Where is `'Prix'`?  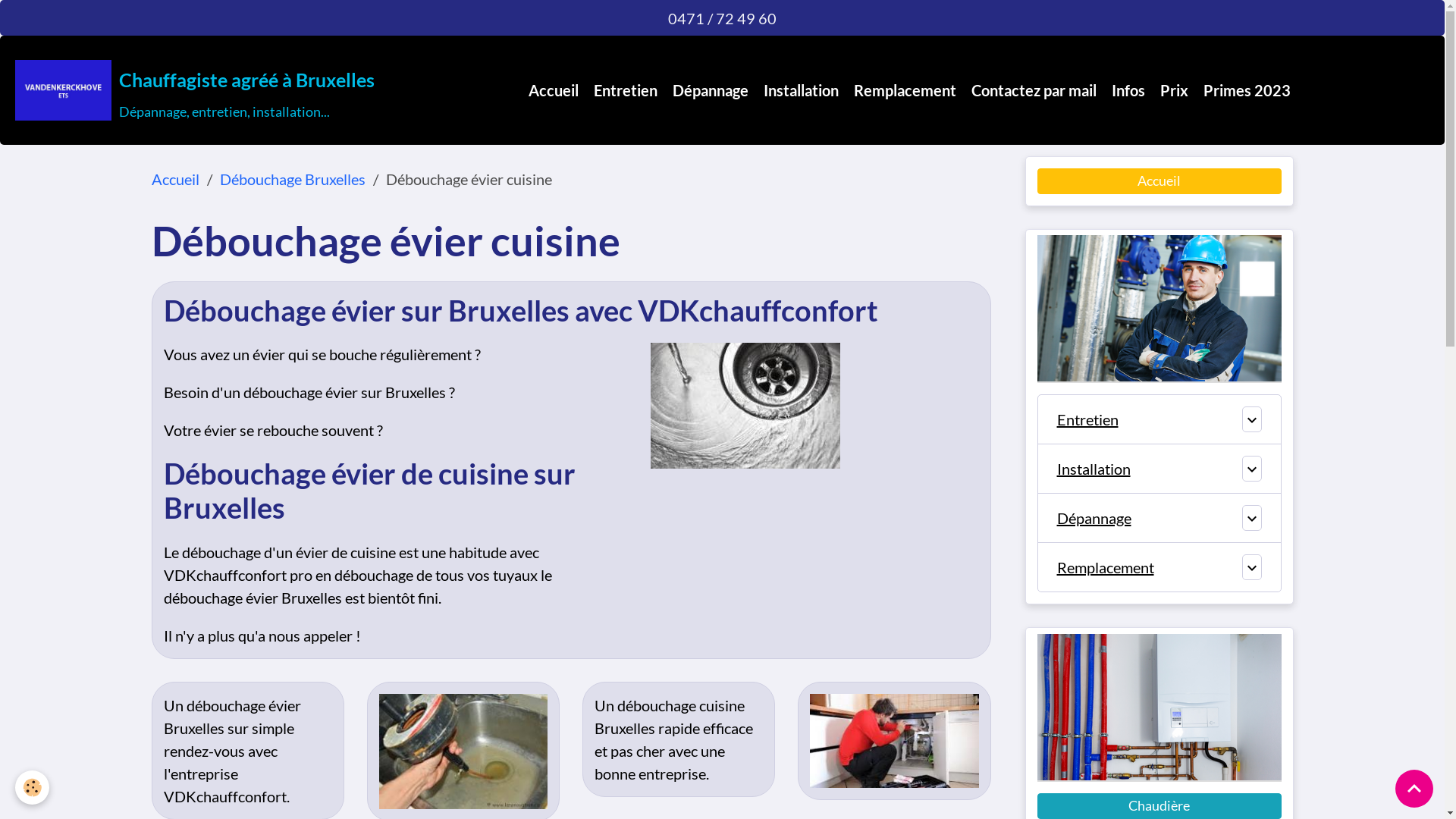
'Prix' is located at coordinates (1173, 90).